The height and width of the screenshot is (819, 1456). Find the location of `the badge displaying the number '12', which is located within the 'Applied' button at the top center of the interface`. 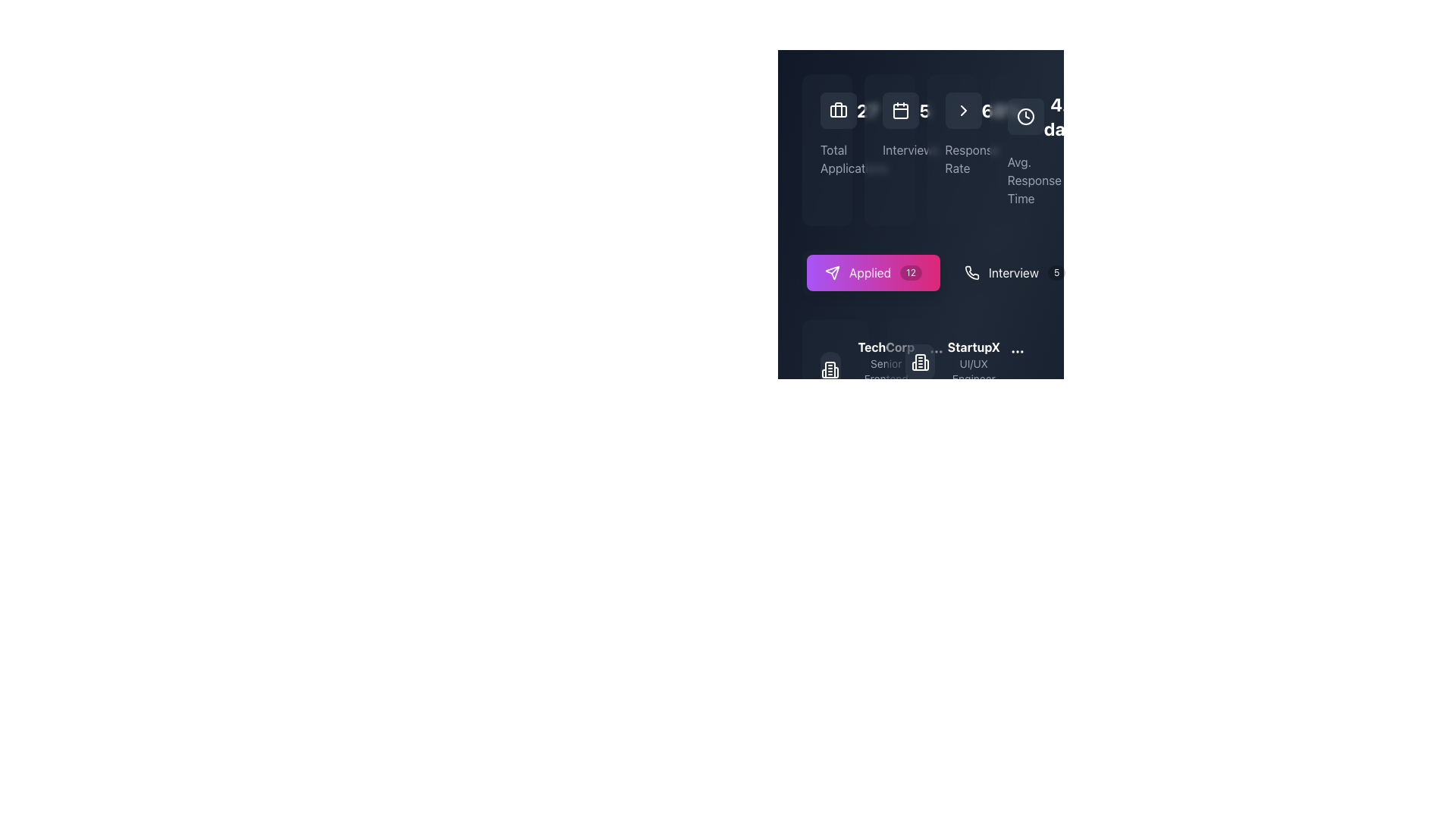

the badge displaying the number '12', which is located within the 'Applied' button at the top center of the interface is located at coordinates (910, 271).